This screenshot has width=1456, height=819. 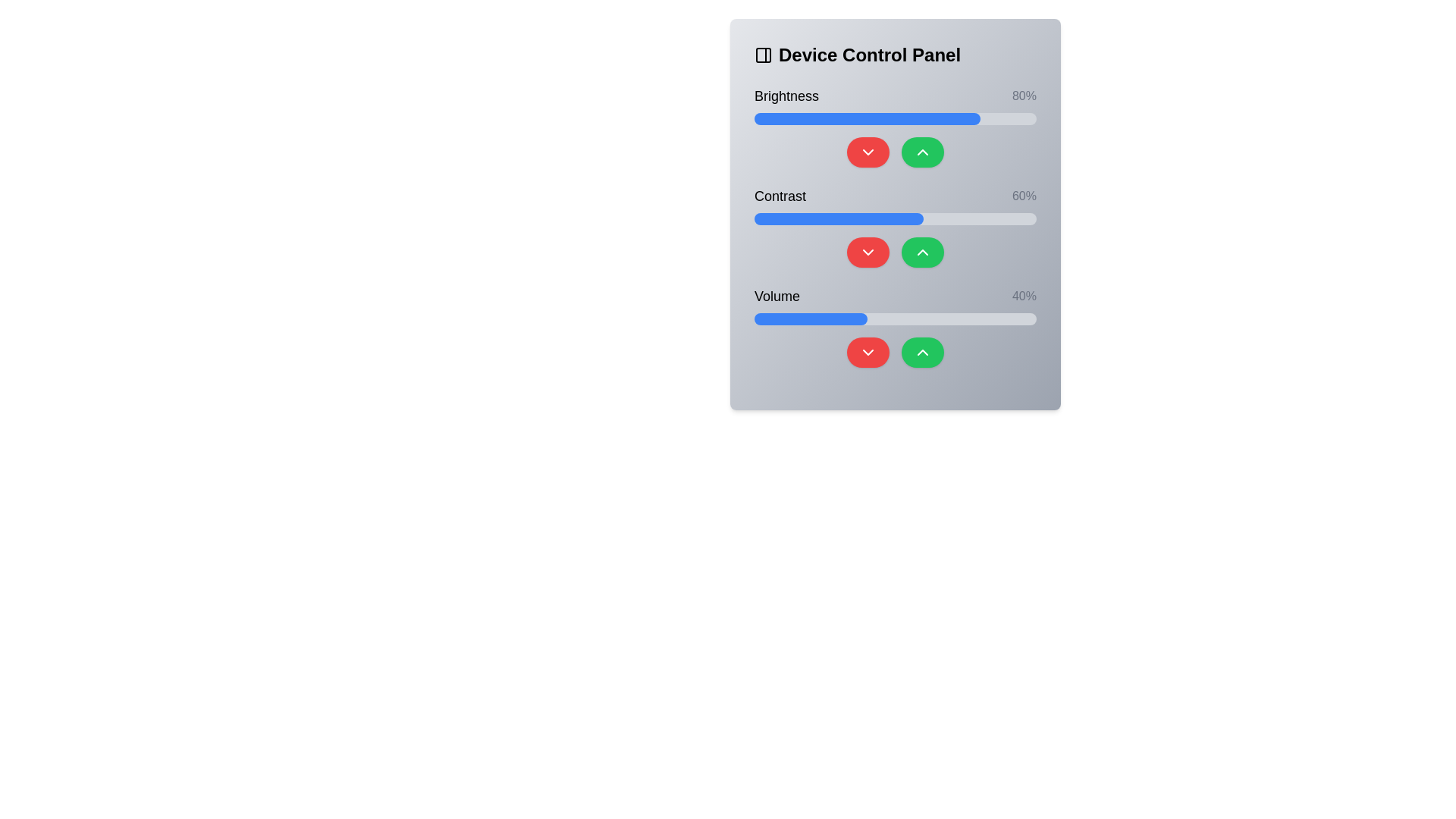 What do you see at coordinates (895, 326) in the screenshot?
I see `the Progress bar with textual indicator that shows the current volume level, located at the bottom portion of the settings panel` at bounding box center [895, 326].